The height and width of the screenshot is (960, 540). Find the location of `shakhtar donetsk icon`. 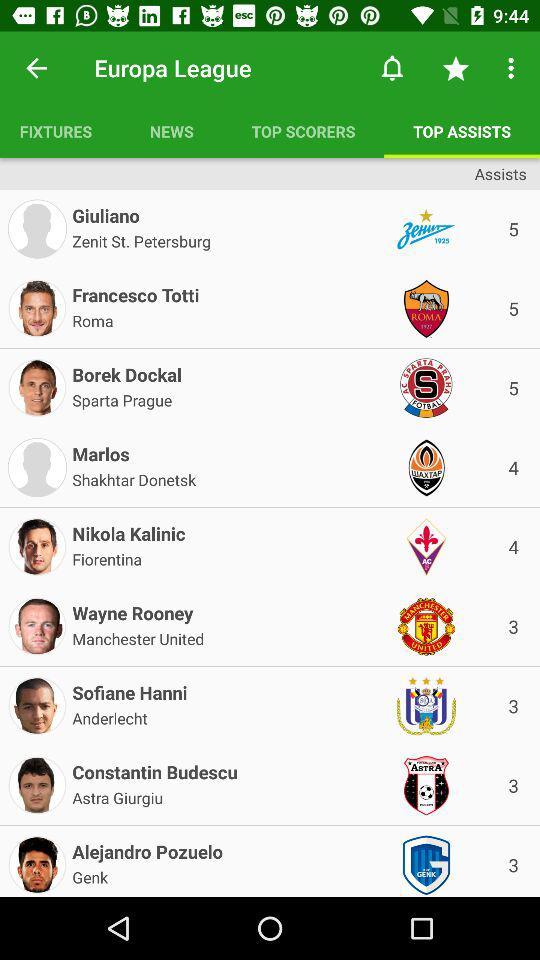

shakhtar donetsk icon is located at coordinates (134, 478).